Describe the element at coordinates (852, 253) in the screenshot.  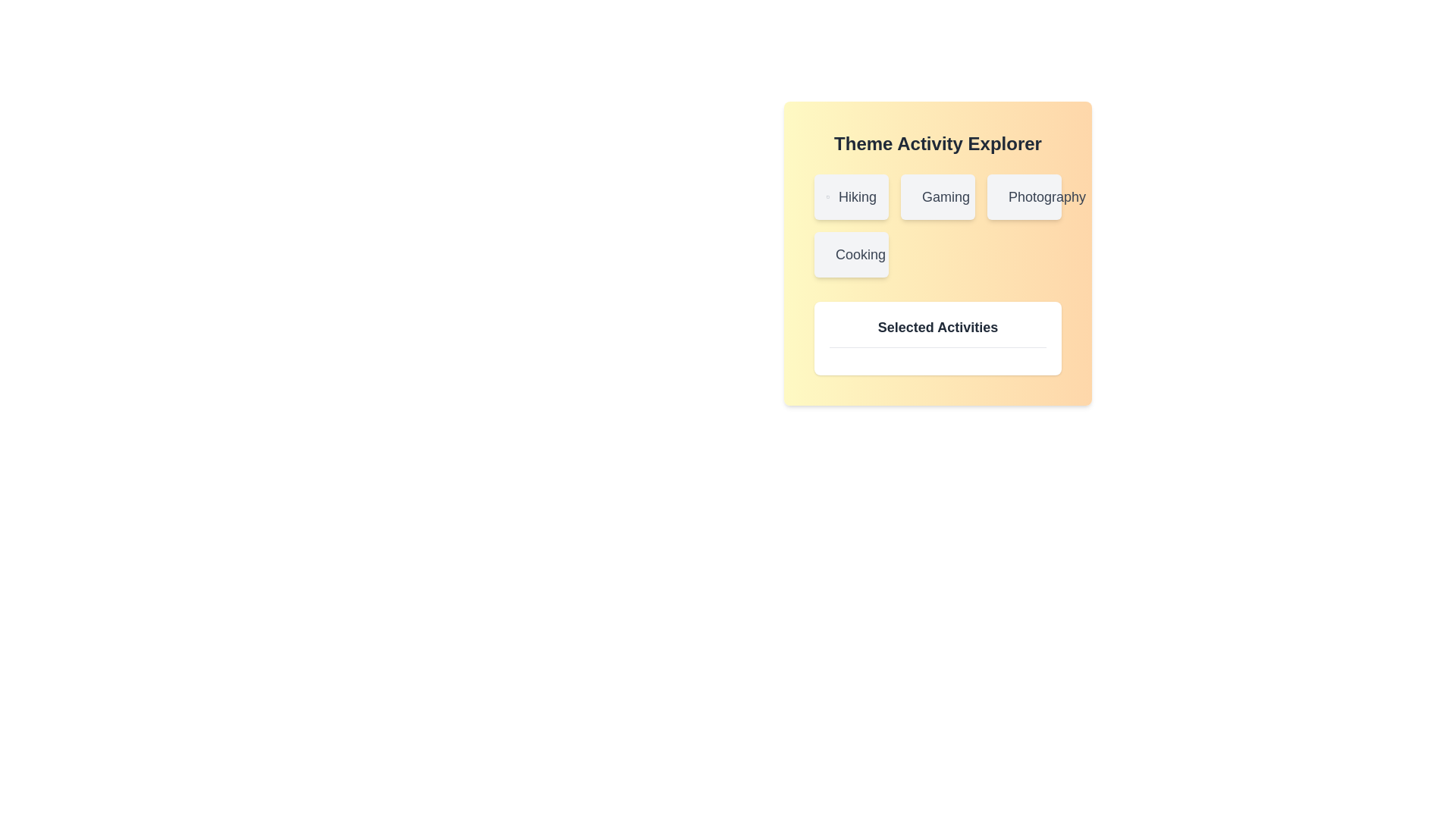
I see `the 'Cooking' button, which is styled with a rounded border and light gray background, located in the second row, first column of the activities grid` at that location.